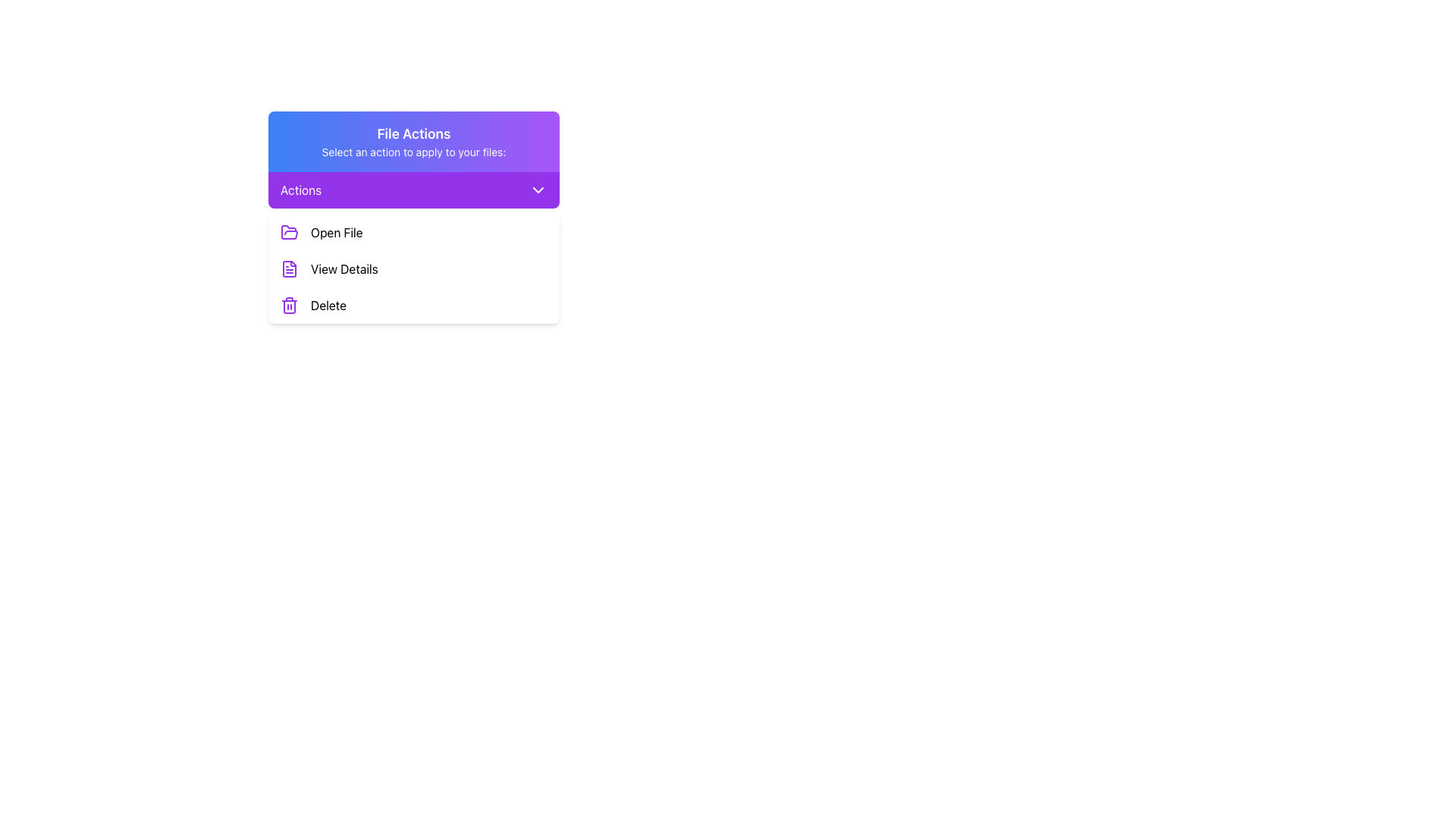  What do you see at coordinates (538, 189) in the screenshot?
I see `the dropdown chevron icon positioned at the far right of the 'Actions' header bar` at bounding box center [538, 189].